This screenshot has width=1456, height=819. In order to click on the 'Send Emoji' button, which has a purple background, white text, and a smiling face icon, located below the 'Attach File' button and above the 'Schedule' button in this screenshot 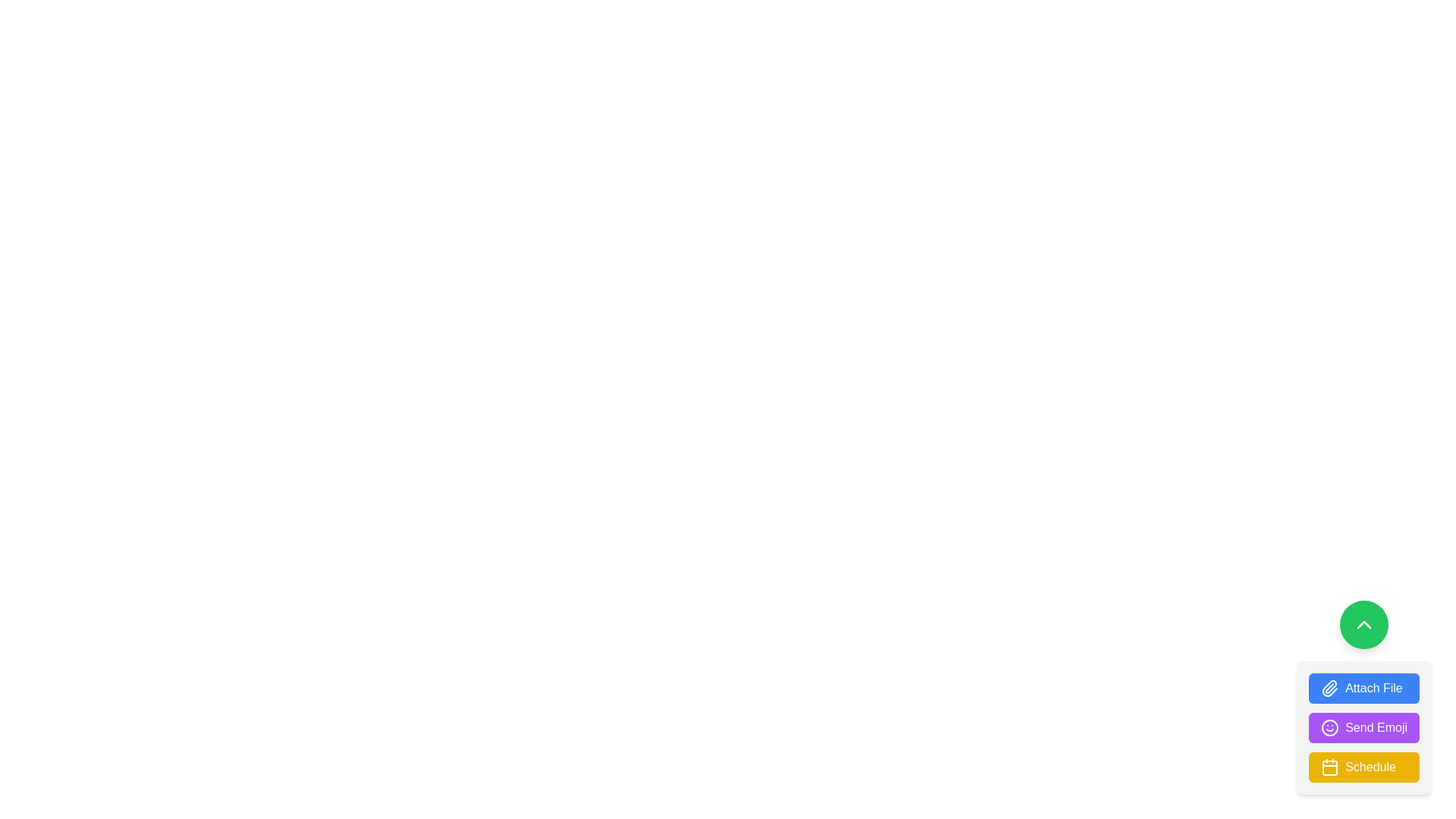, I will do `click(1364, 727)`.